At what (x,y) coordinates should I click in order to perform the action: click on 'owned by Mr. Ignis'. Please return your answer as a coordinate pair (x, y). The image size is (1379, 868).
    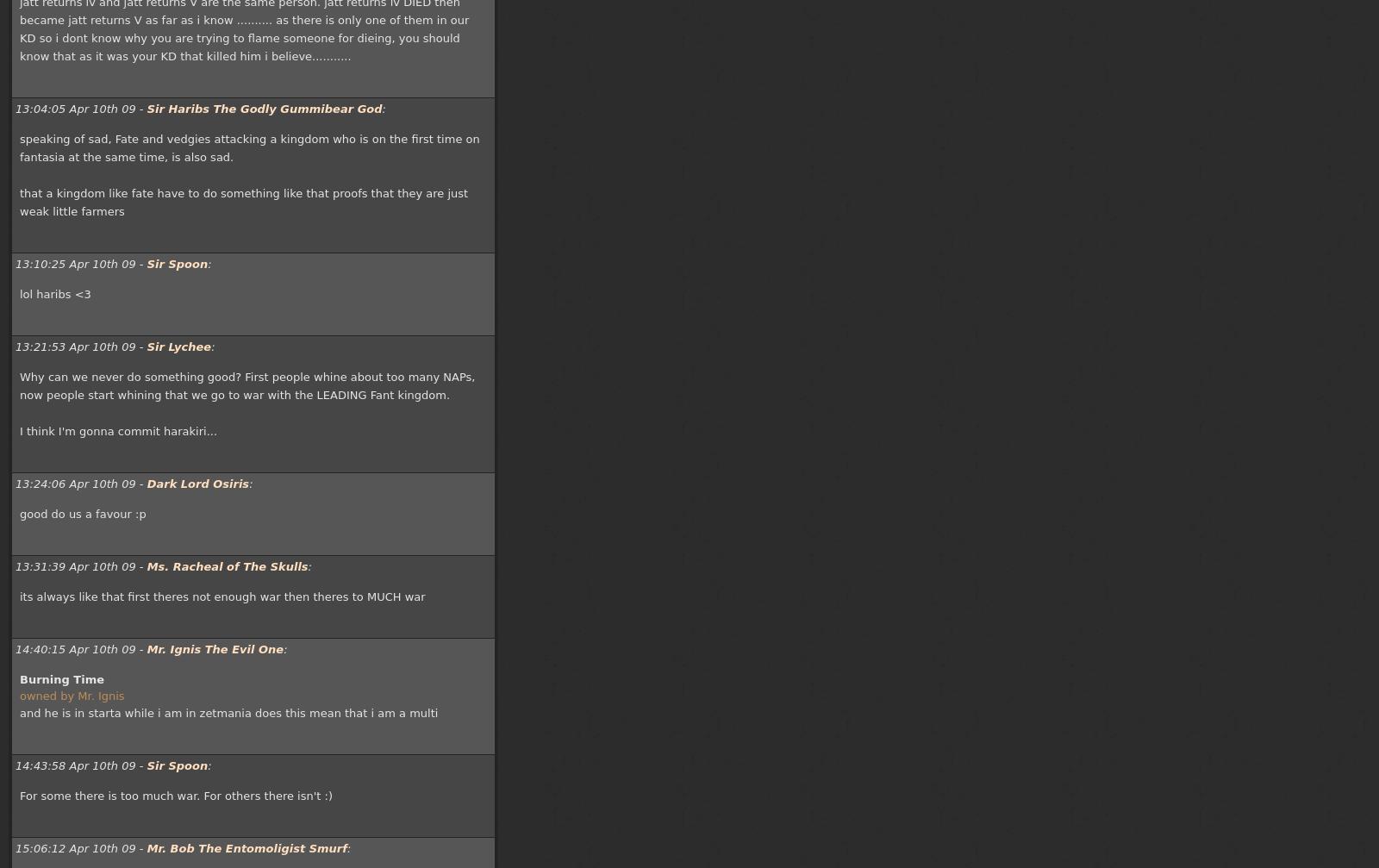
    Looking at the image, I should click on (71, 695).